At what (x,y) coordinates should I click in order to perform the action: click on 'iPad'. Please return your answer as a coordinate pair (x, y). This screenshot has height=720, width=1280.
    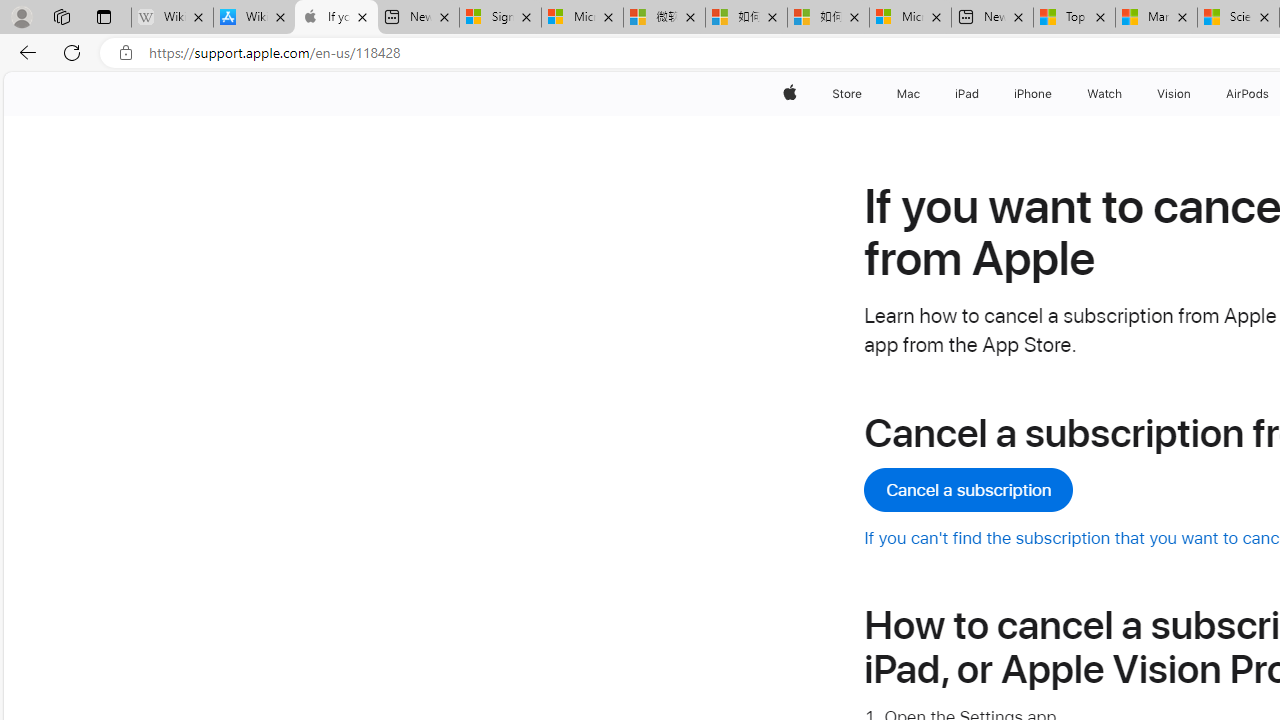
    Looking at the image, I should click on (966, 93).